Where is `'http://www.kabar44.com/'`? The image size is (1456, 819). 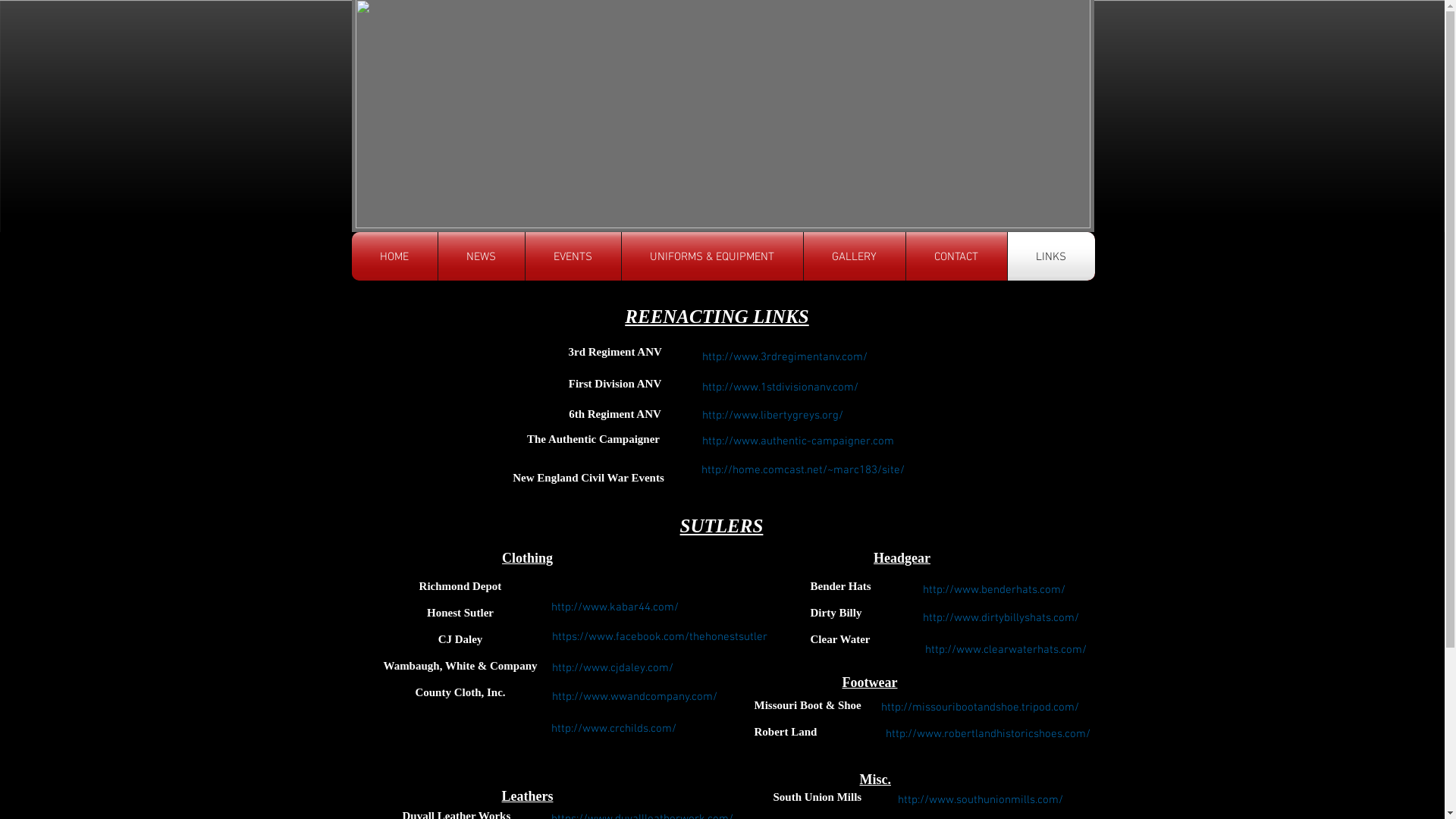 'http://www.kabar44.com/' is located at coordinates (614, 604).